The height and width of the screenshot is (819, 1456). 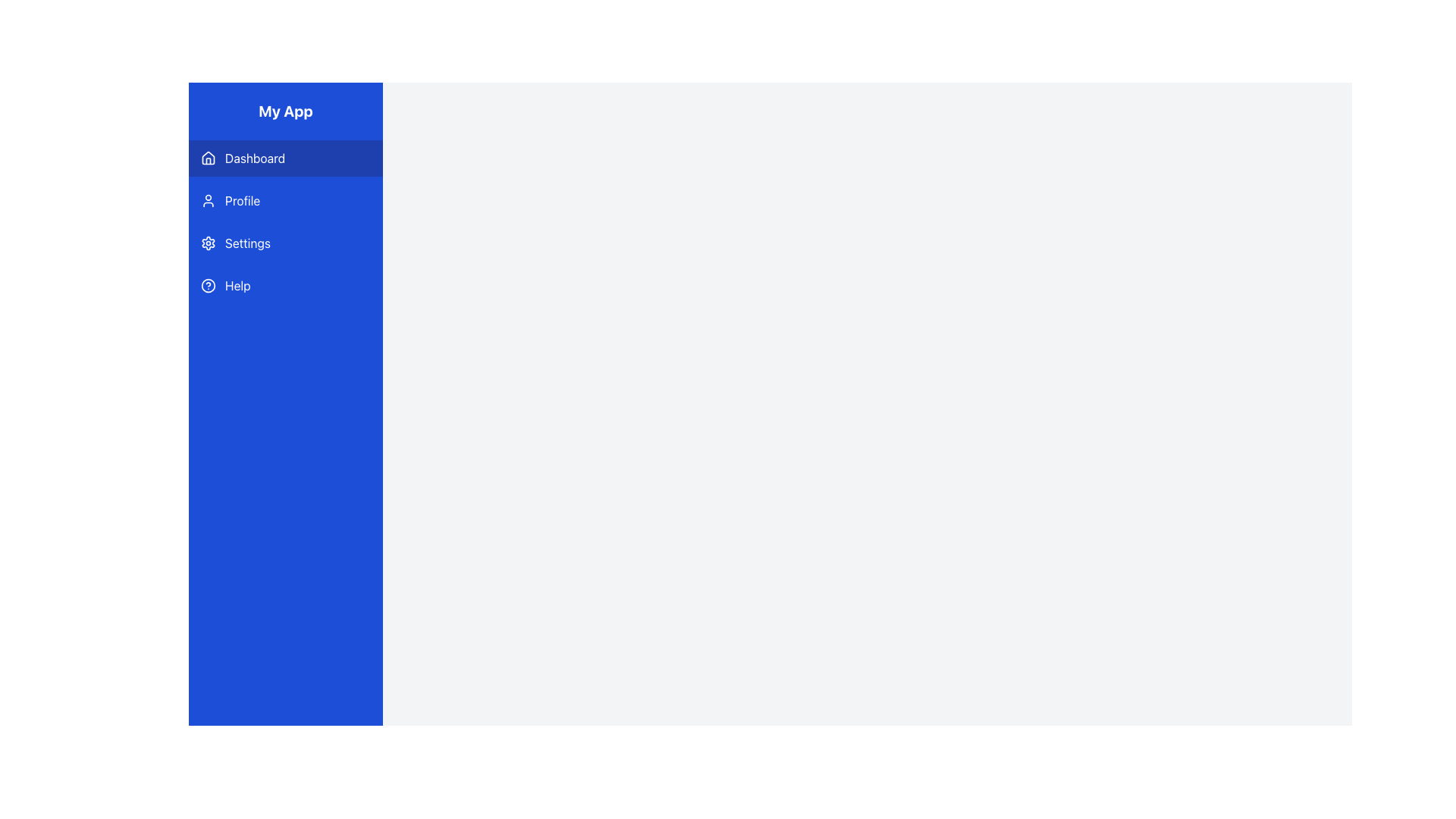 I want to click on the user avatar icon in the vertical navigation sidebar, so click(x=207, y=200).